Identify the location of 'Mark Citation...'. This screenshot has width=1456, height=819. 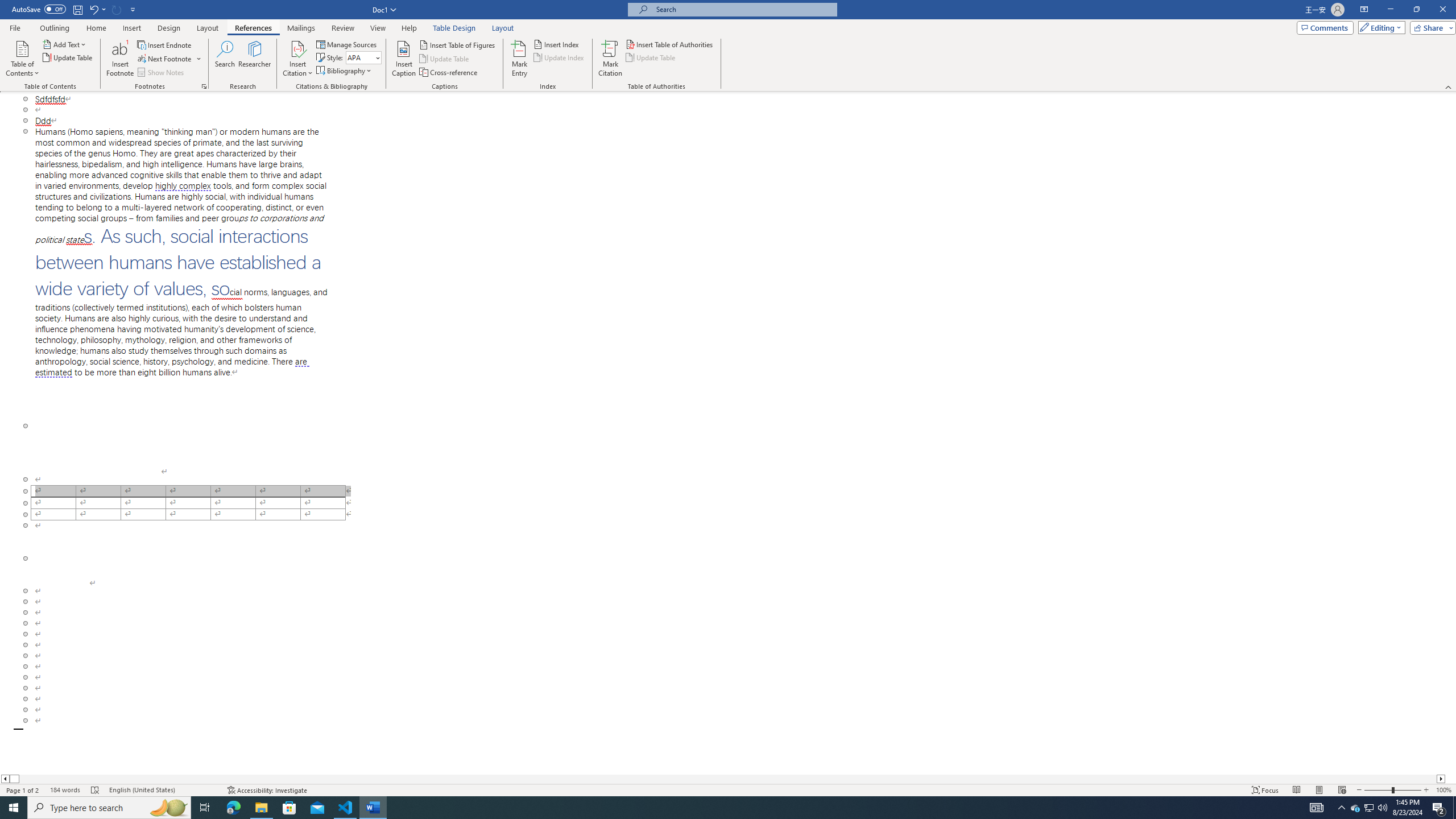
(610, 59).